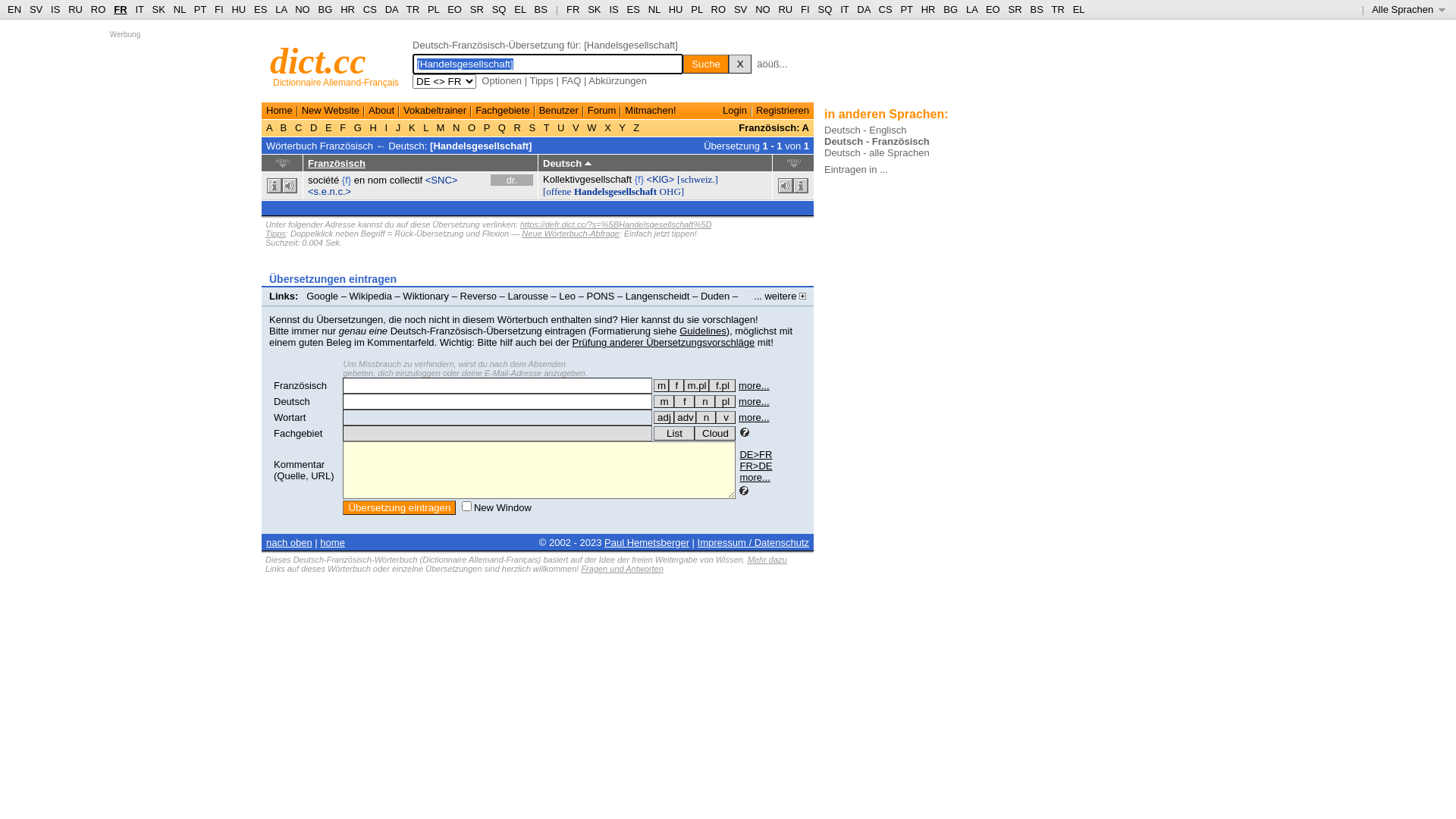 The image size is (1456, 819). Describe the element at coordinates (475, 9) in the screenshot. I see `'SR'` at that location.